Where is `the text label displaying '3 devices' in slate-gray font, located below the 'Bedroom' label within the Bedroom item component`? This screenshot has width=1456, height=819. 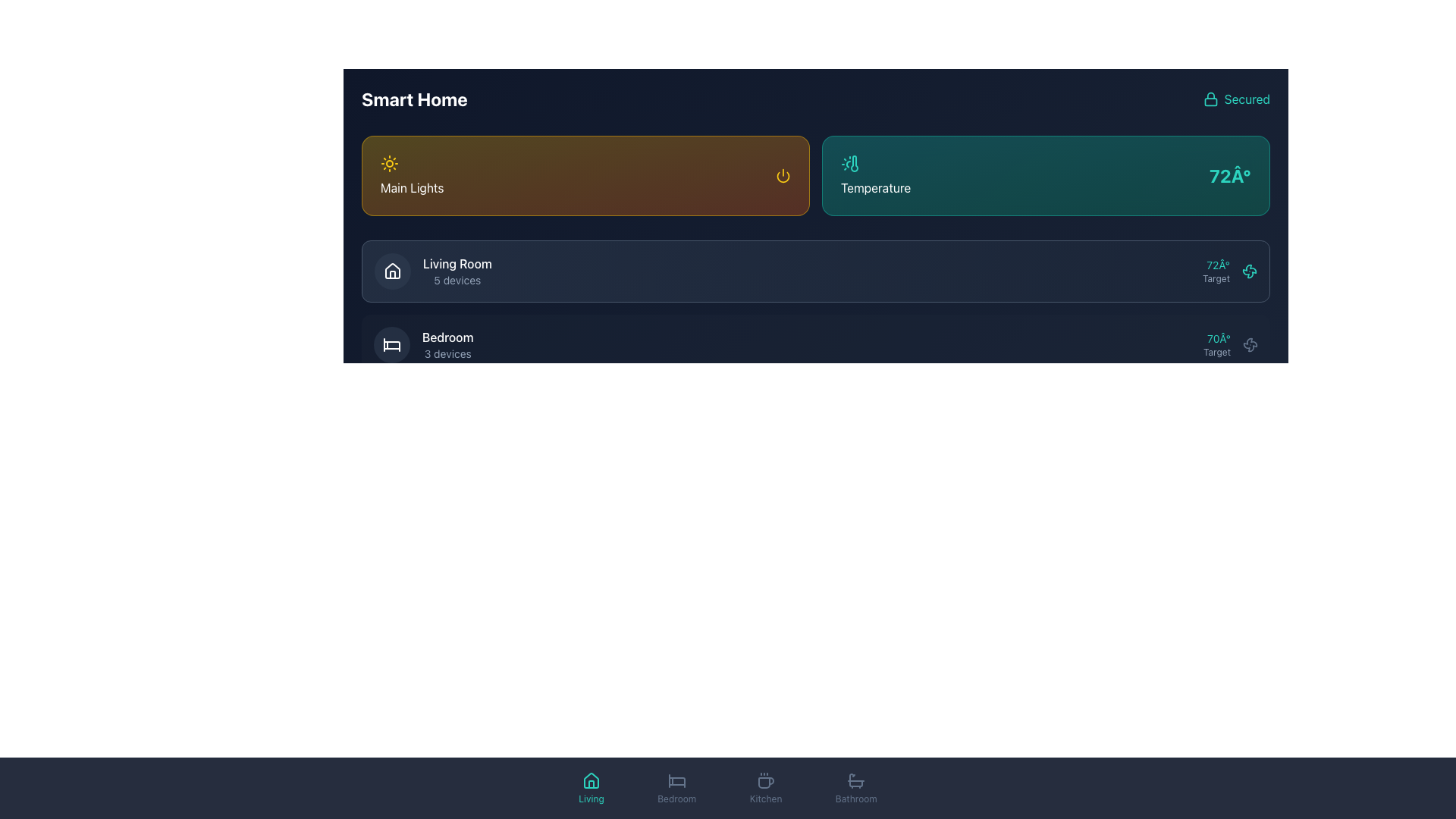
the text label displaying '3 devices' in slate-gray font, located below the 'Bedroom' label within the Bedroom item component is located at coordinates (447, 353).